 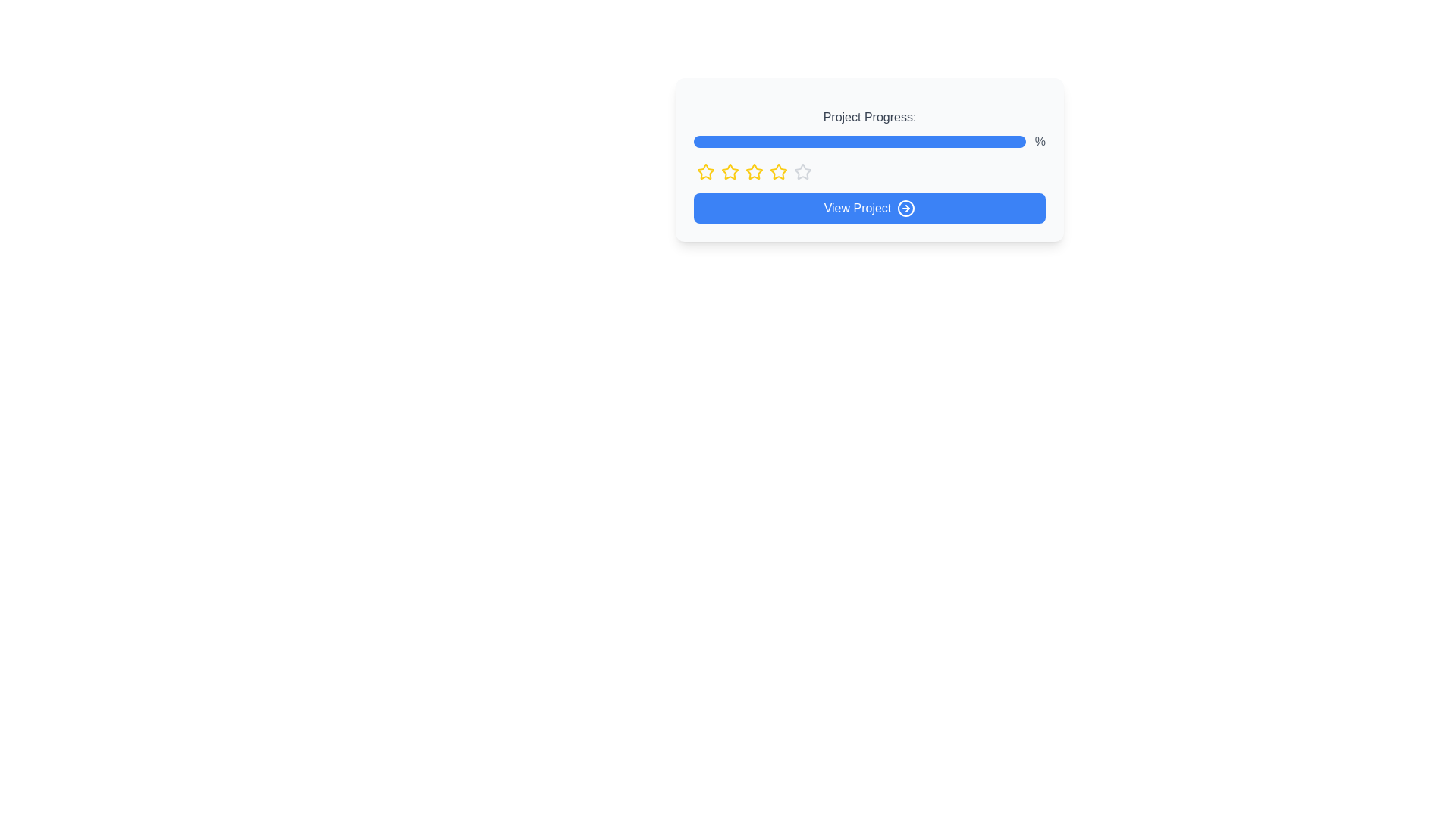 What do you see at coordinates (893, 141) in the screenshot?
I see `progress` at bounding box center [893, 141].